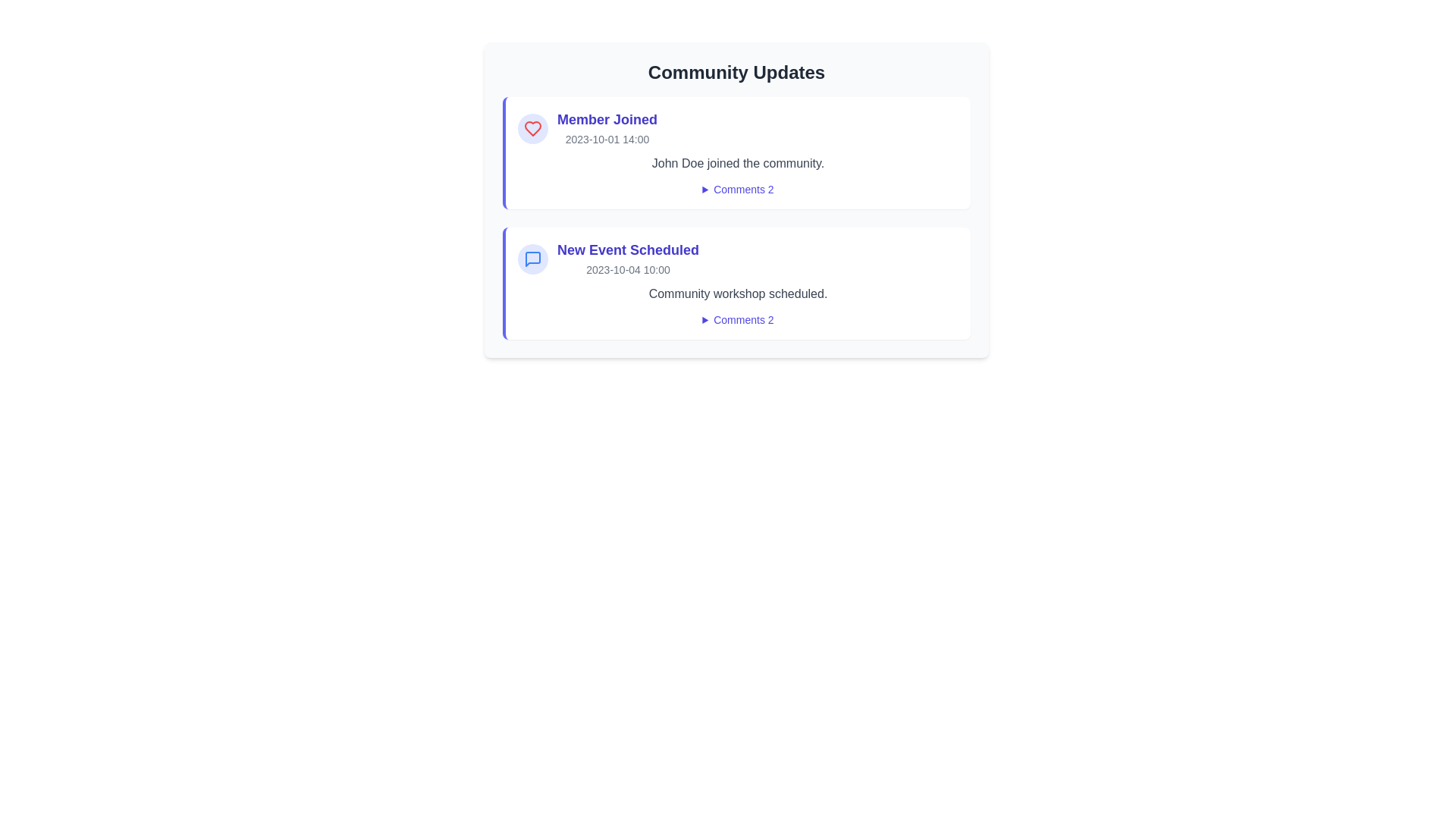 Image resolution: width=1456 pixels, height=819 pixels. What do you see at coordinates (628, 259) in the screenshot?
I see `the information from the second event item in the 'Community Updates' section, which includes details about a new scheduled event` at bounding box center [628, 259].